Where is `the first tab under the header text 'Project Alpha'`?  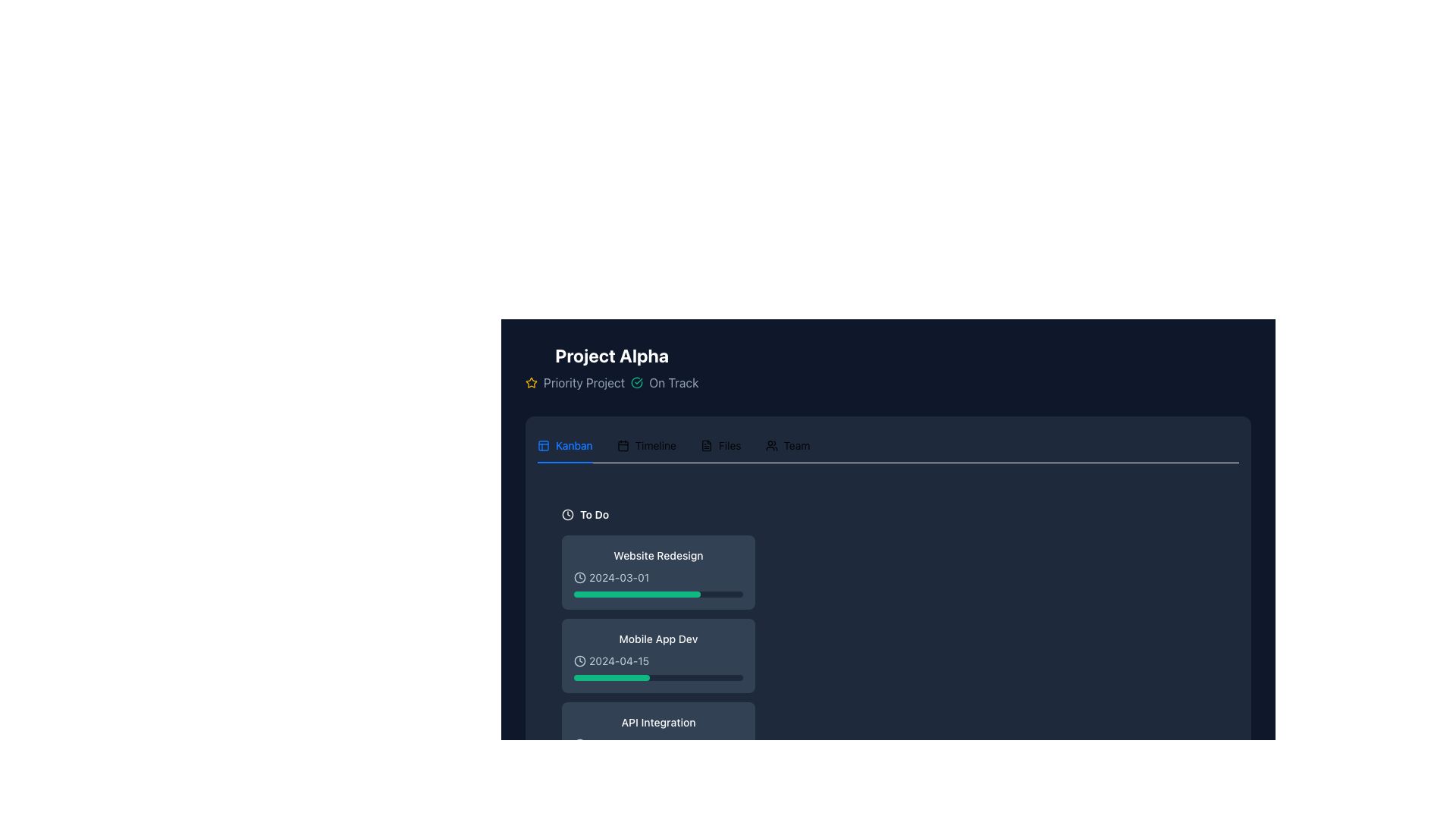 the first tab under the header text 'Project Alpha' is located at coordinates (564, 444).